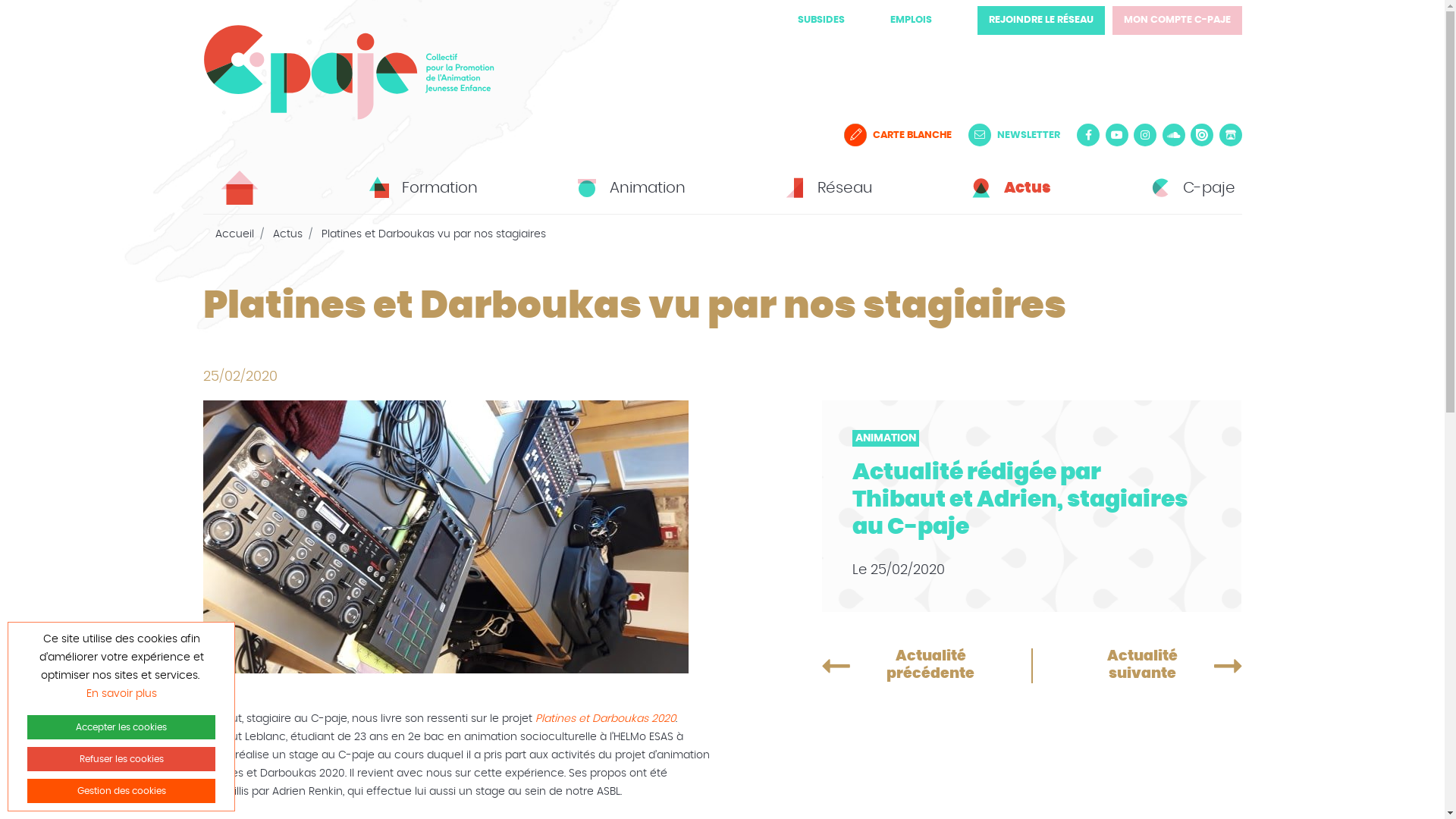  Describe the element at coordinates (1175, 20) in the screenshot. I see `'MON COMPTE C-PAJE'` at that location.